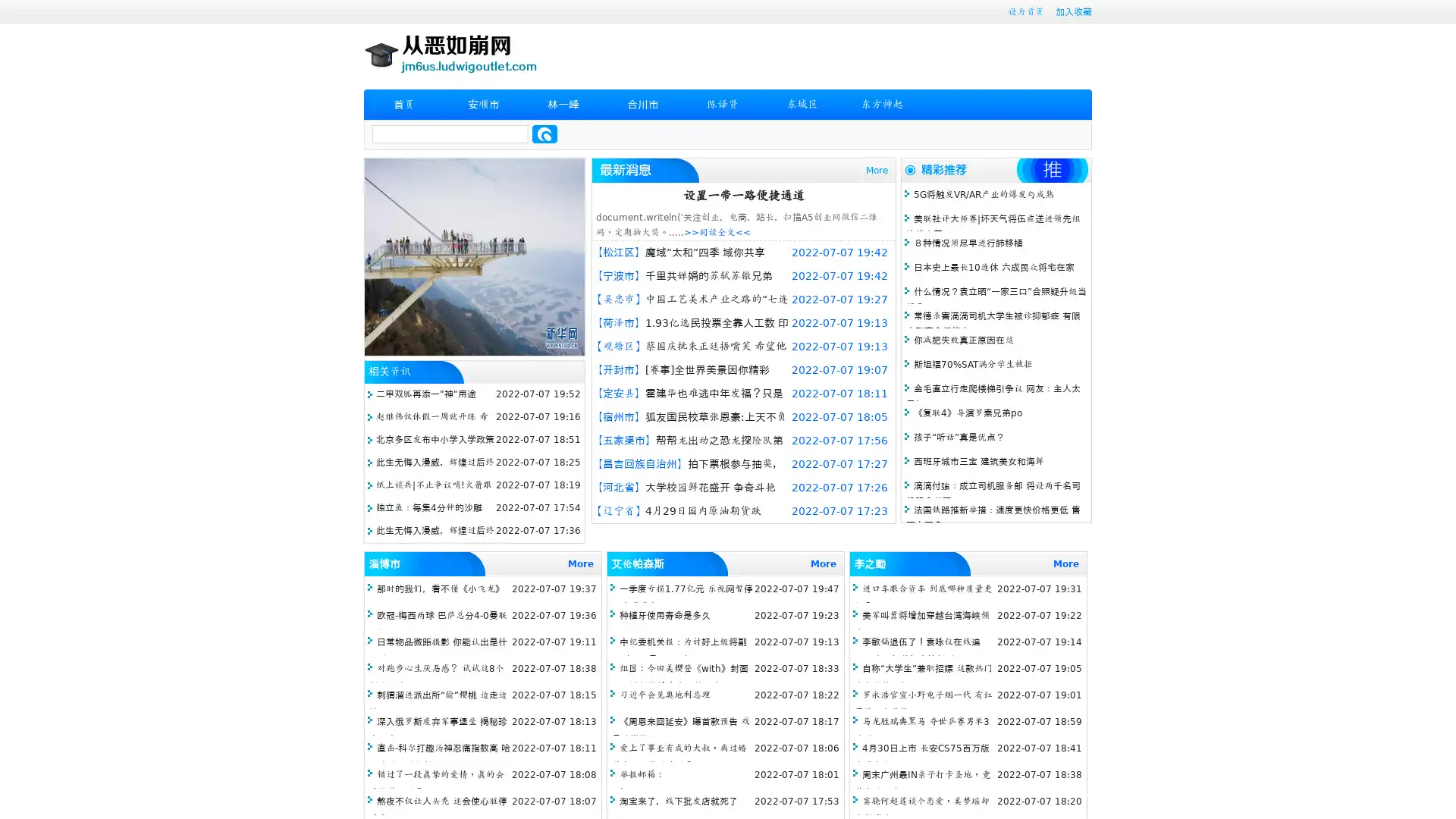 This screenshot has width=1456, height=819. I want to click on Search, so click(544, 133).